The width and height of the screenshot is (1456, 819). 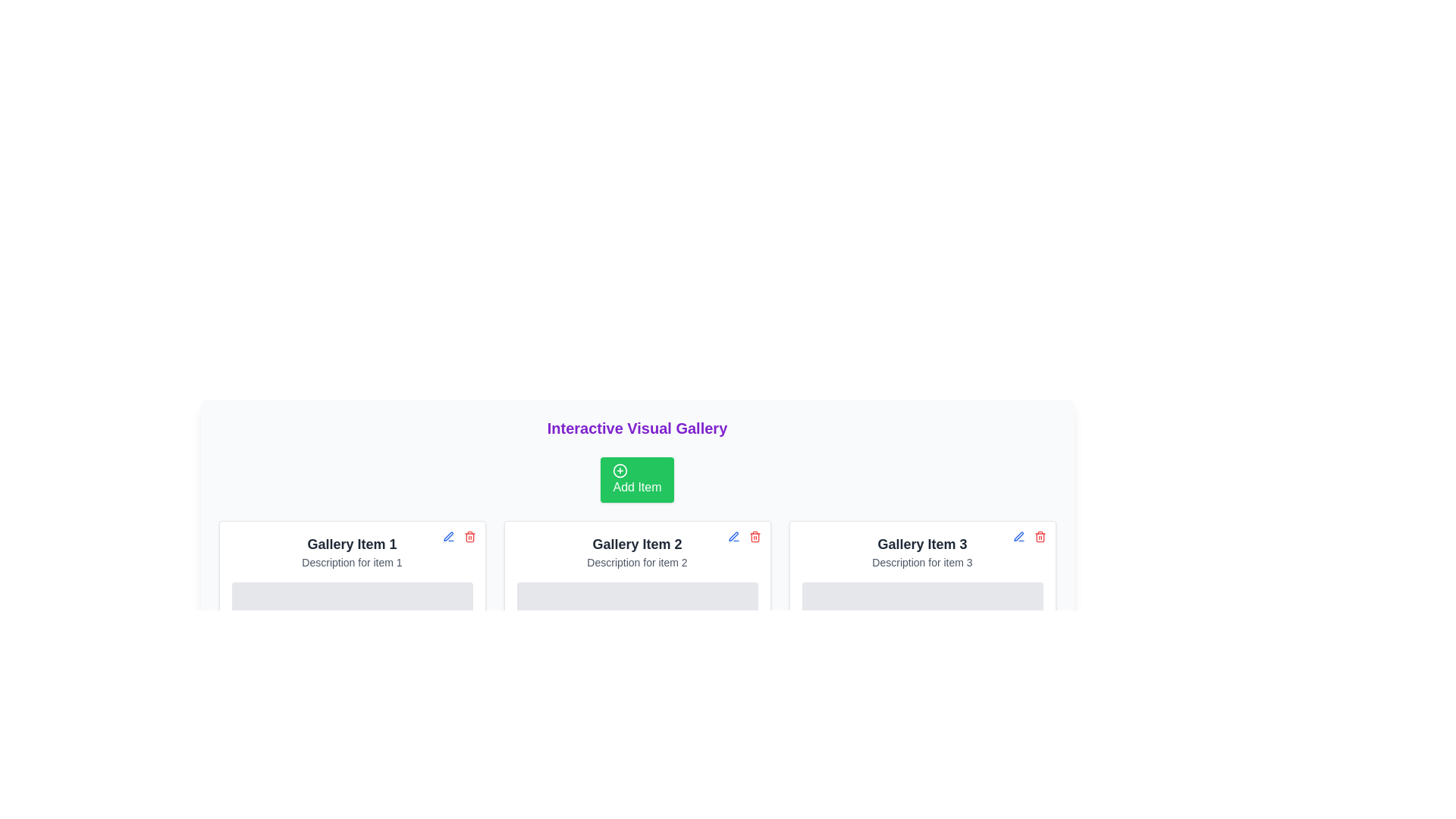 I want to click on the delete icon button located in the top-right corner of the first gallery item card, so click(x=469, y=536).